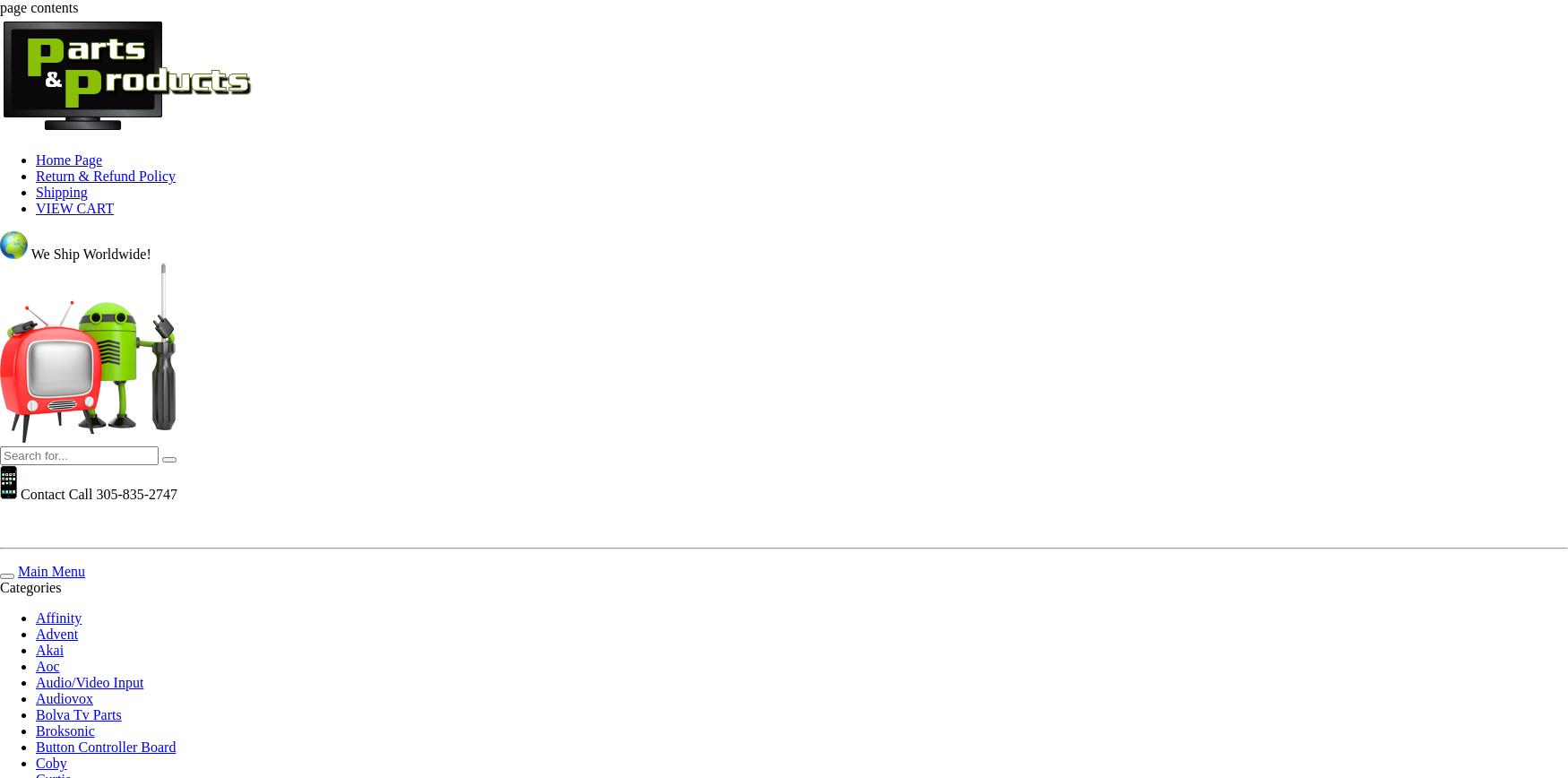 The image size is (1568, 778). I want to click on 'Aoc', so click(47, 666).